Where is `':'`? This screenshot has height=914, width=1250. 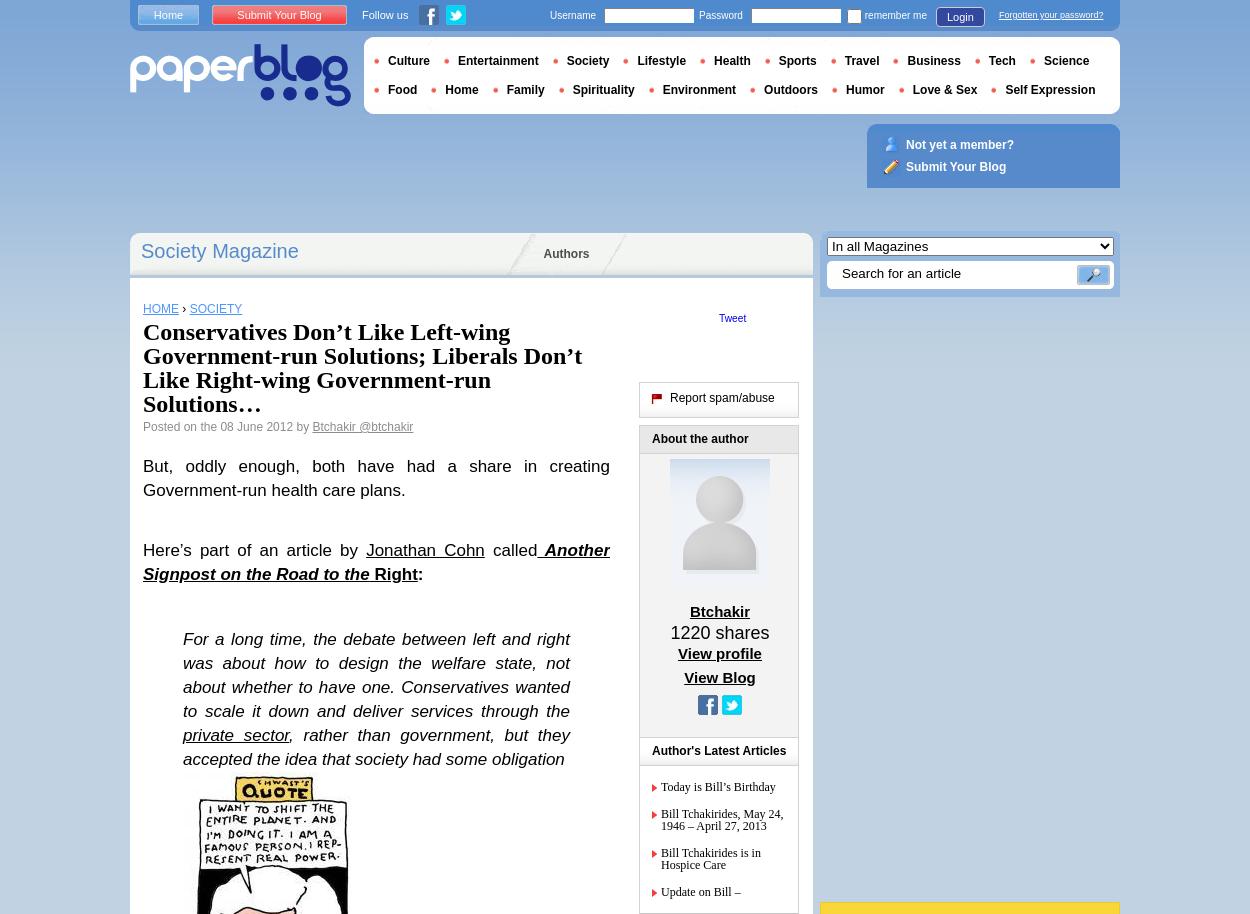 ':' is located at coordinates (417, 574).